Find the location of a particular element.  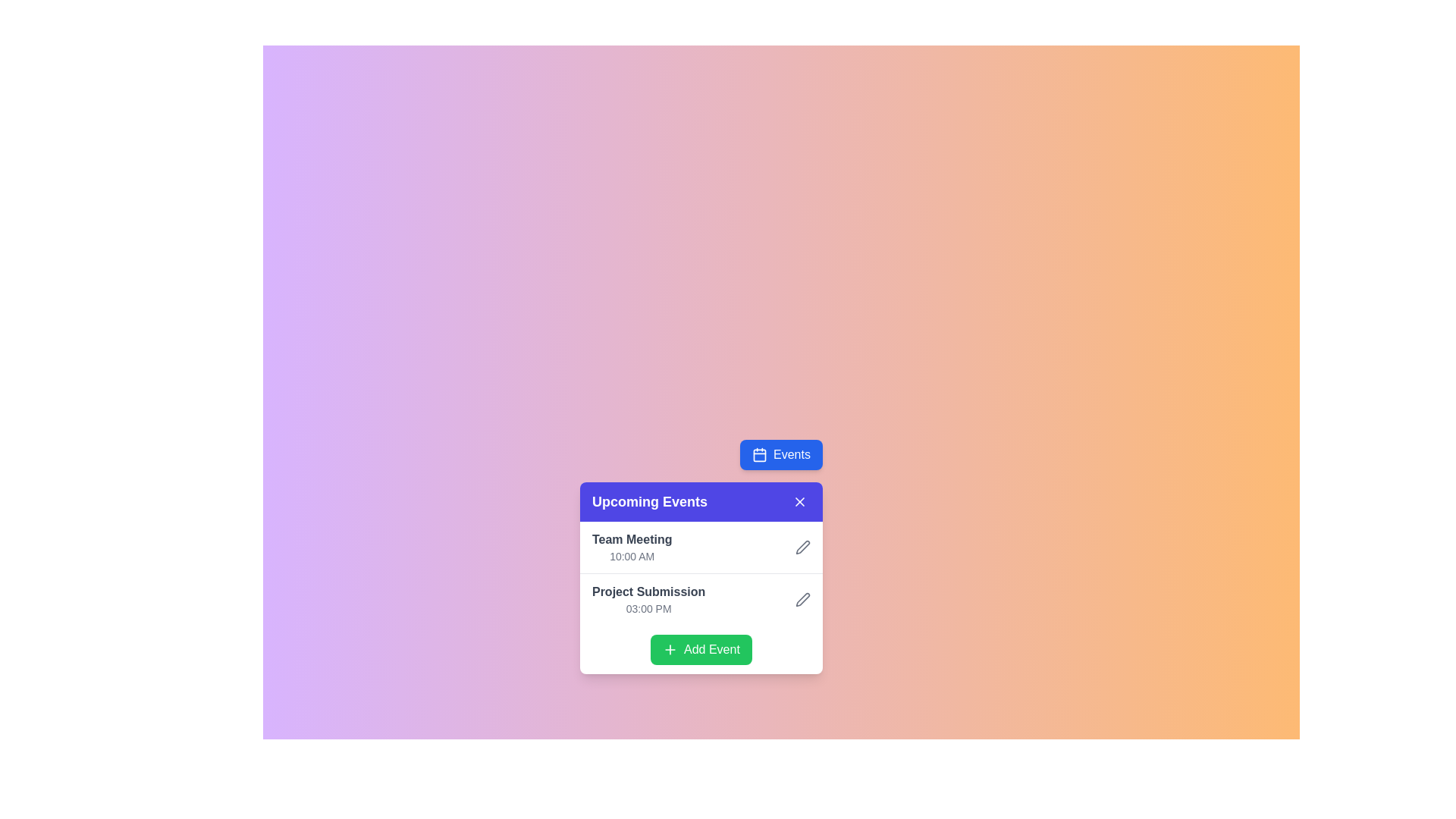

the Text Label that serves as a title or header for the section or card, located in the top-left corner of its purple header section is located at coordinates (649, 502).